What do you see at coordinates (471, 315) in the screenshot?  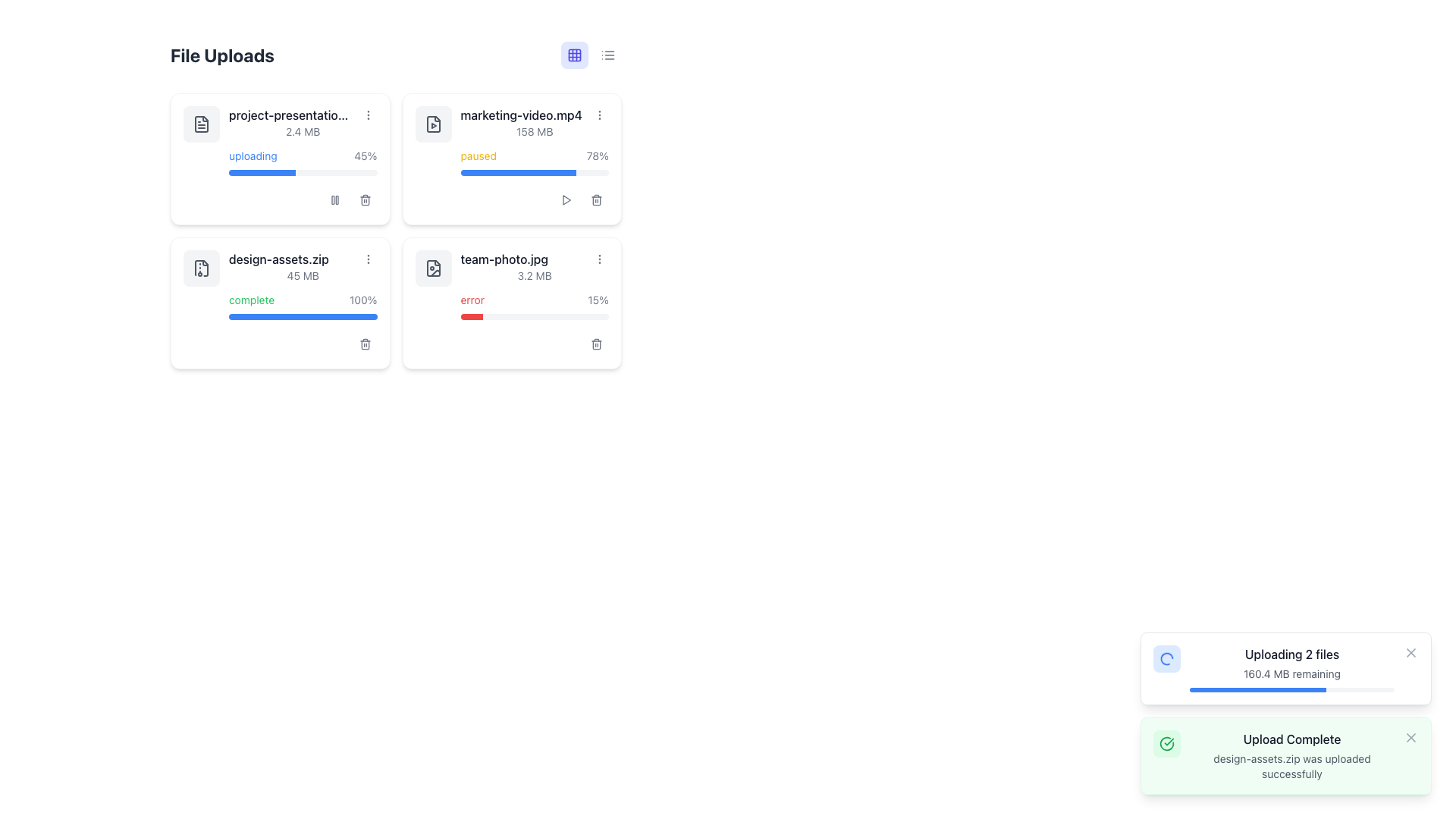 I see `the progress bar segment that indicates a 15% failure in the upload of 'team-photo.jpg'` at bounding box center [471, 315].